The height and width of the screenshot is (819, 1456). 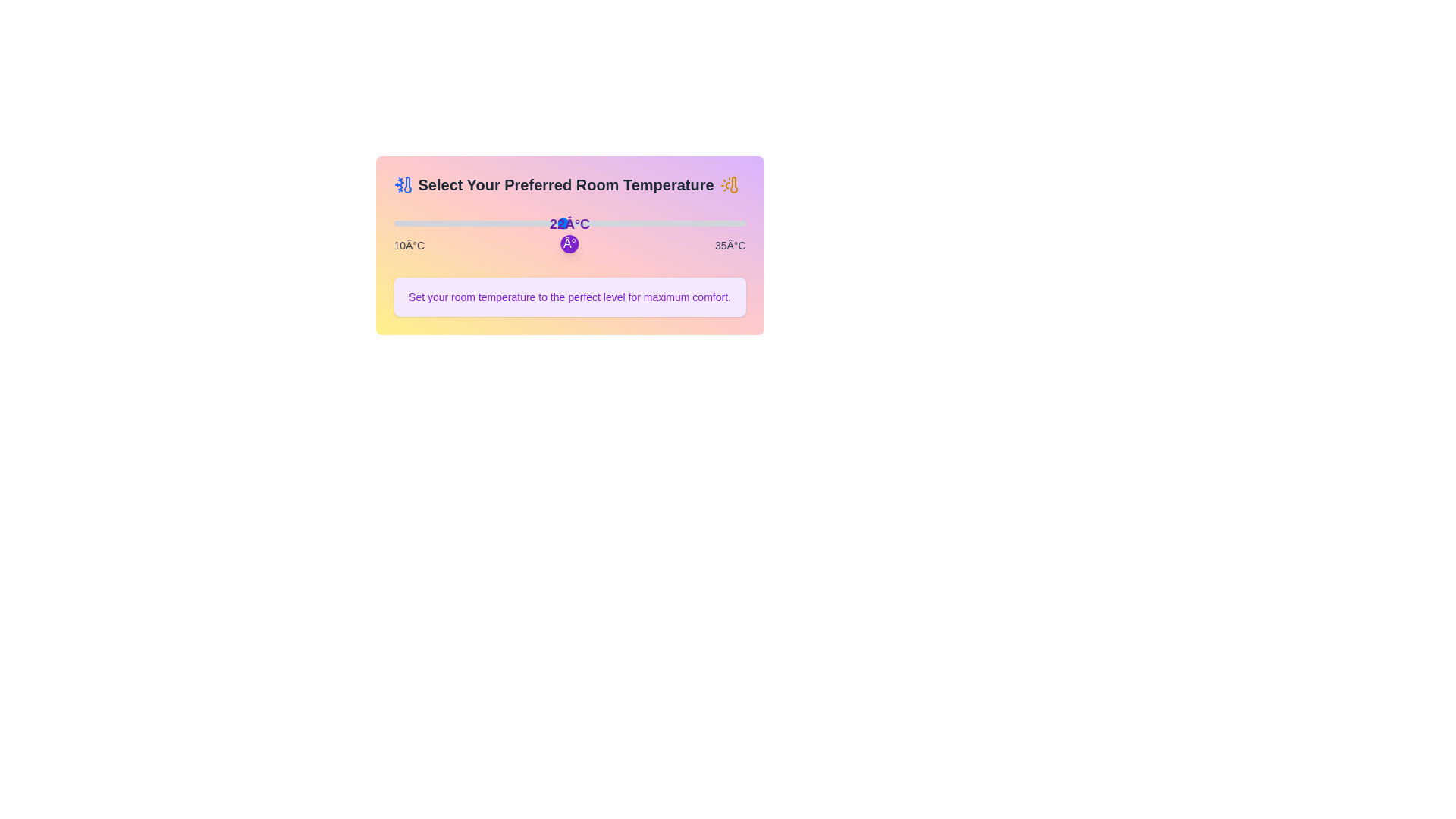 I want to click on the temperature to 23°C by dragging the slider, so click(x=576, y=223).